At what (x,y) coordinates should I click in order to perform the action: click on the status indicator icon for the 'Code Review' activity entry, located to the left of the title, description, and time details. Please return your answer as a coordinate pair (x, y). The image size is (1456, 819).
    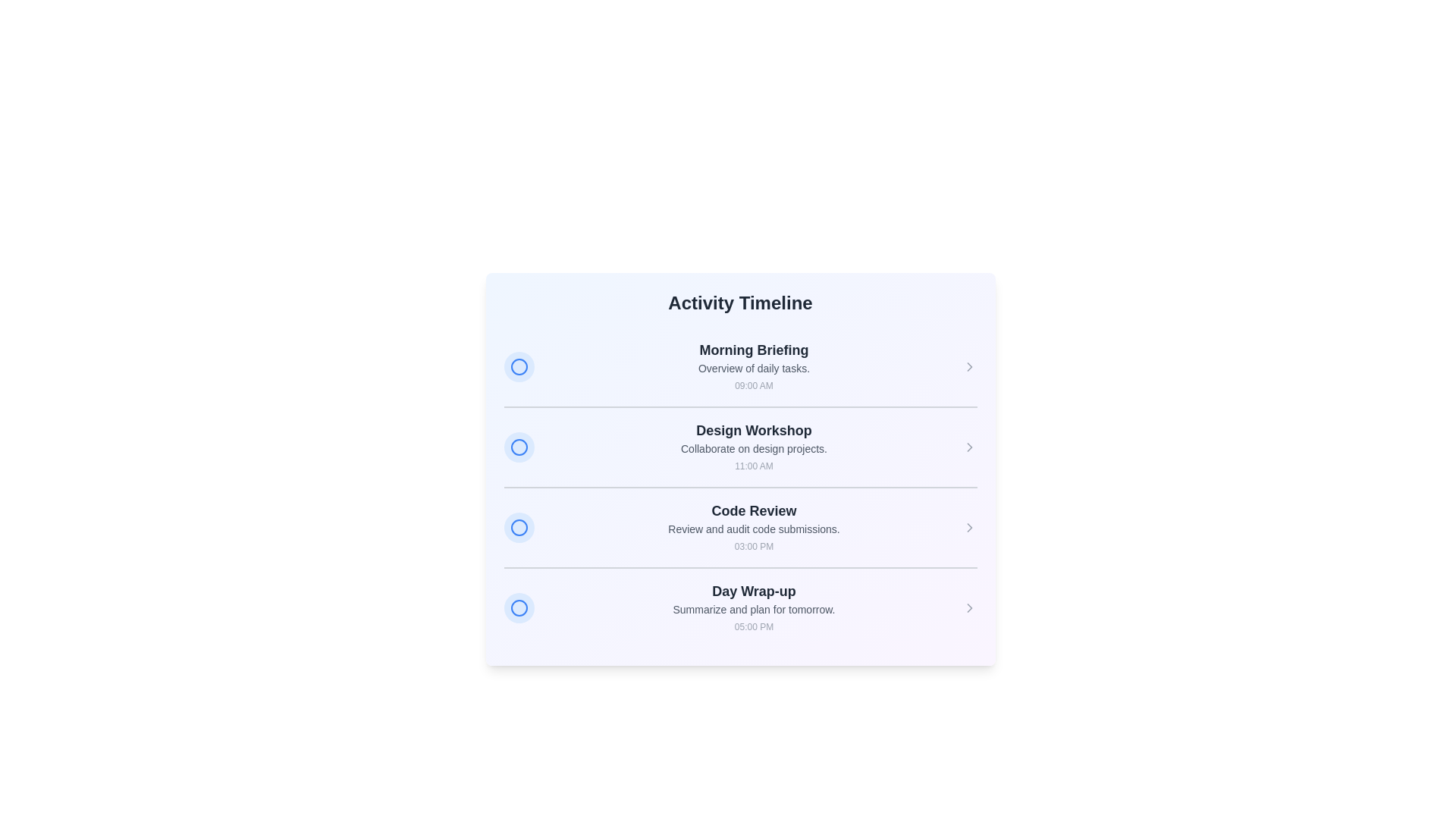
    Looking at the image, I should click on (519, 526).